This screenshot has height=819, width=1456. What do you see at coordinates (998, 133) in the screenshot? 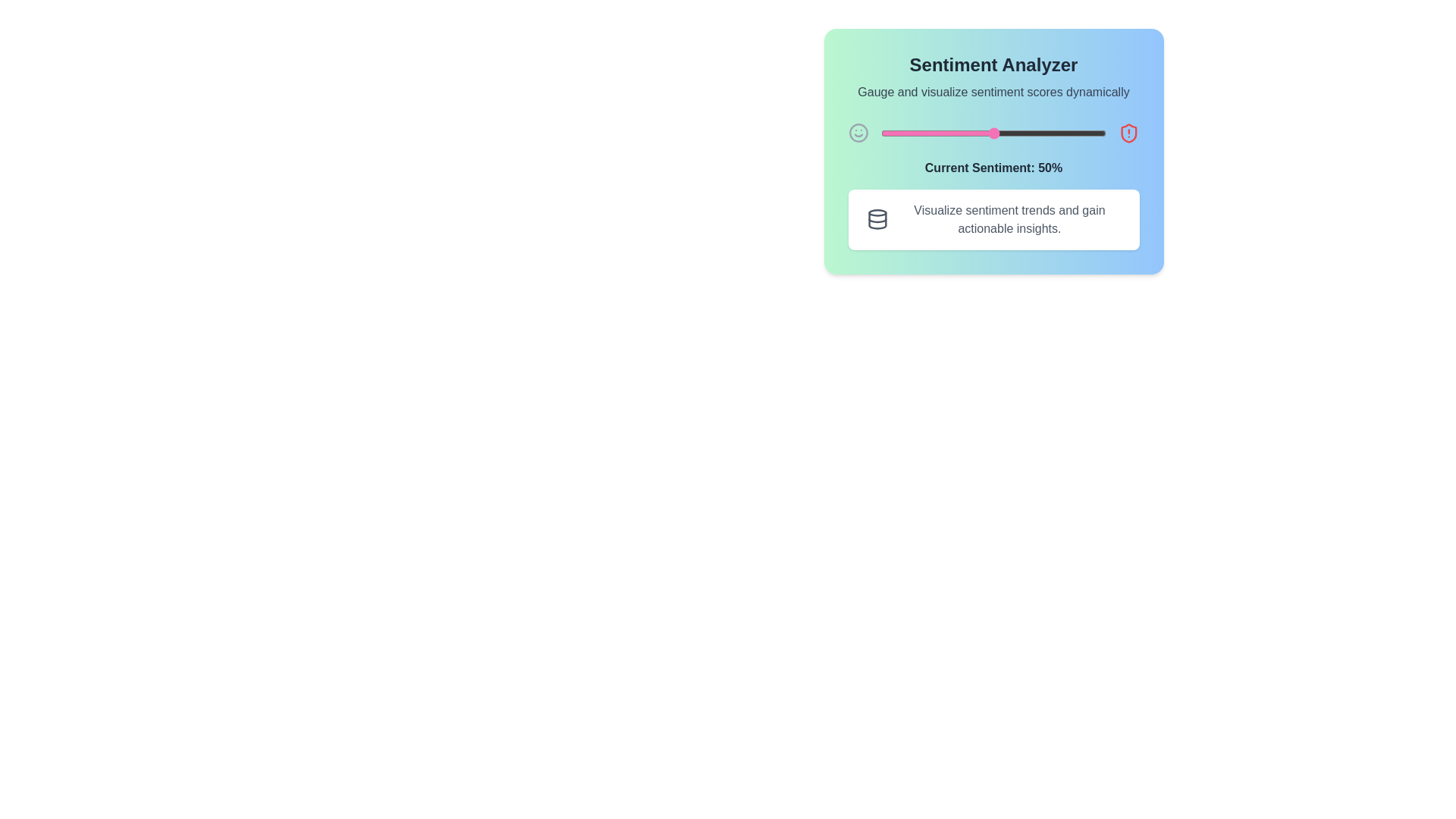
I see `the sentiment slider to set the sentiment value to 52` at bounding box center [998, 133].